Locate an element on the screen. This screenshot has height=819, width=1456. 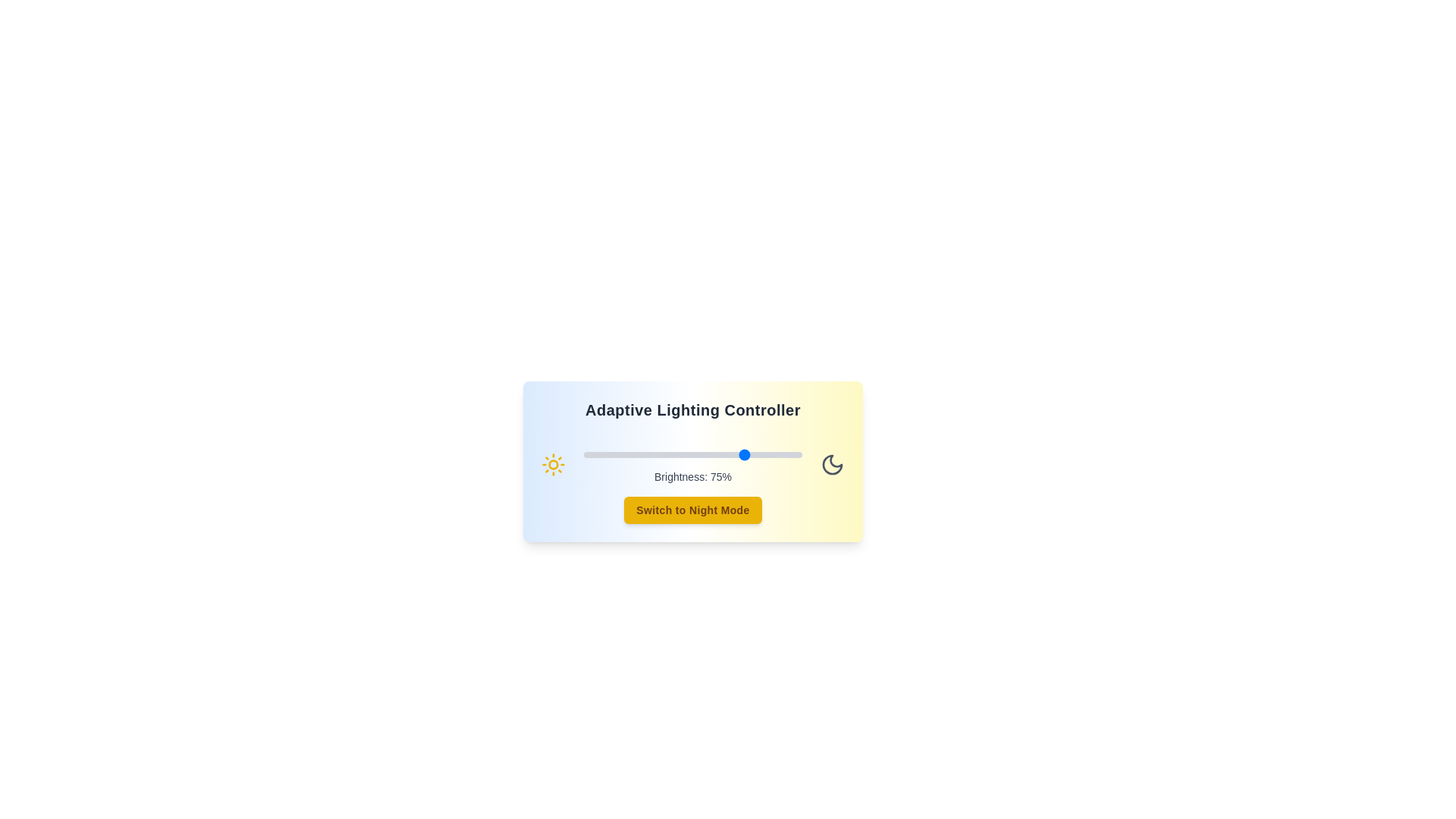
the dark gray moon icon, which is located on the rightmost side of the interface is located at coordinates (832, 464).